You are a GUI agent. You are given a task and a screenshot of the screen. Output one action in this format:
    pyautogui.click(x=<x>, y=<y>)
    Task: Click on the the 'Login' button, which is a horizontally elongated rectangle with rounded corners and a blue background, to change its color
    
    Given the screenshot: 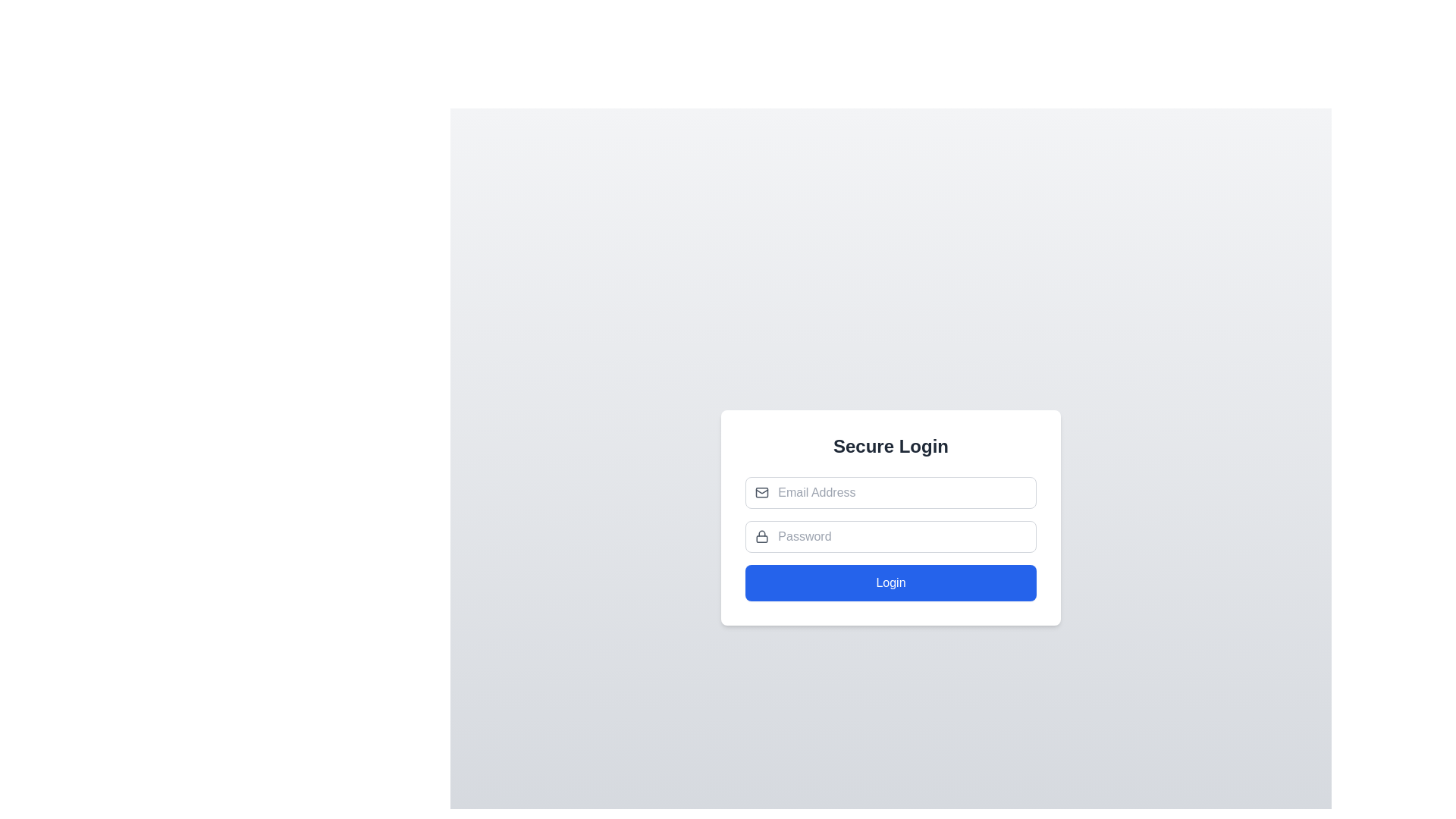 What is the action you would take?
    pyautogui.click(x=891, y=582)
    